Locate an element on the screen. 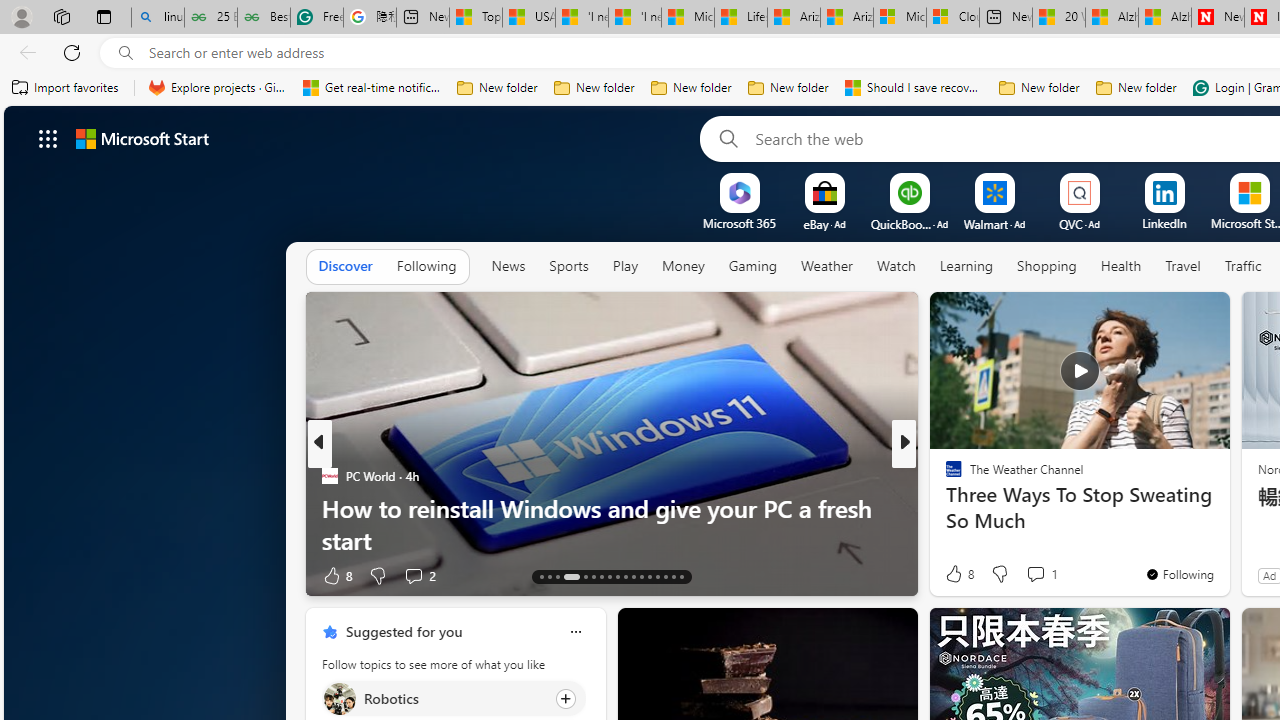 The image size is (1280, 720). 'AutomationID: tab-26' is located at coordinates (657, 577).